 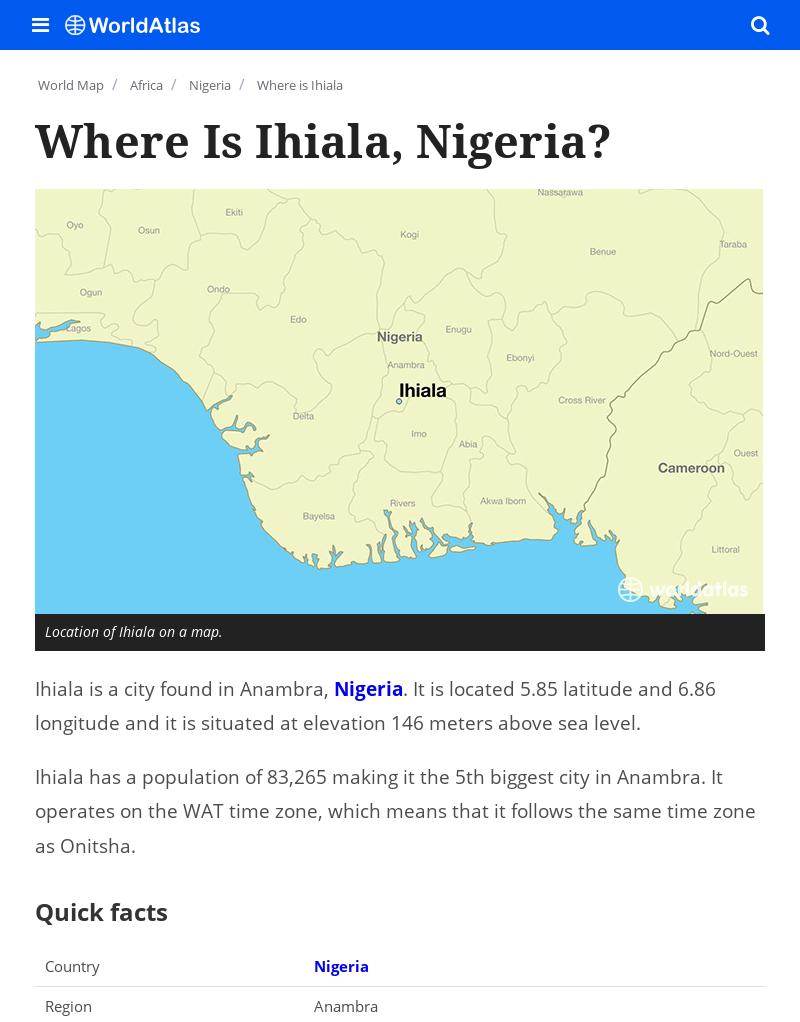 I want to click on 'Quick facts', so click(x=100, y=909).